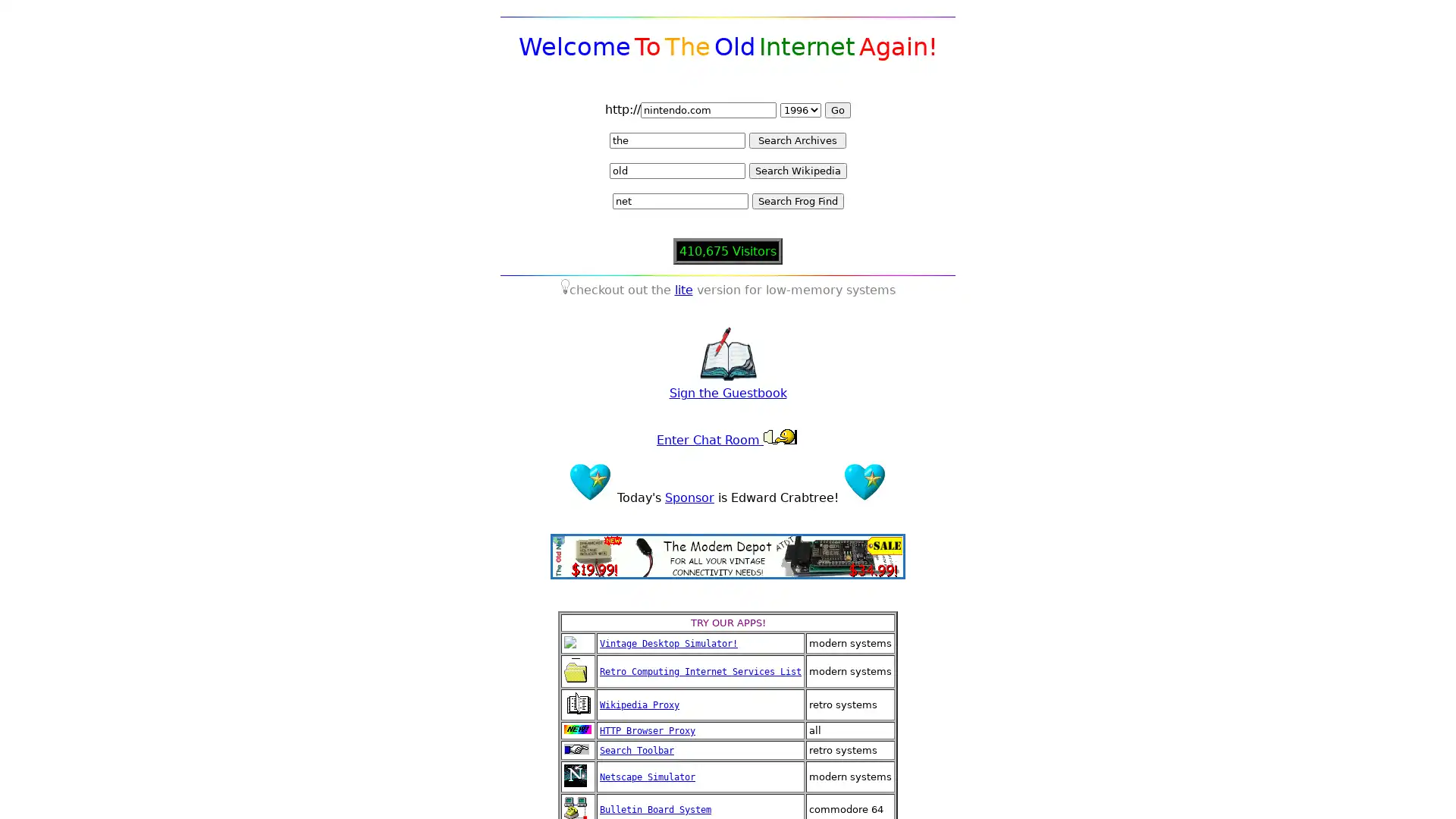 The width and height of the screenshot is (1456, 819). I want to click on Go, so click(836, 109).